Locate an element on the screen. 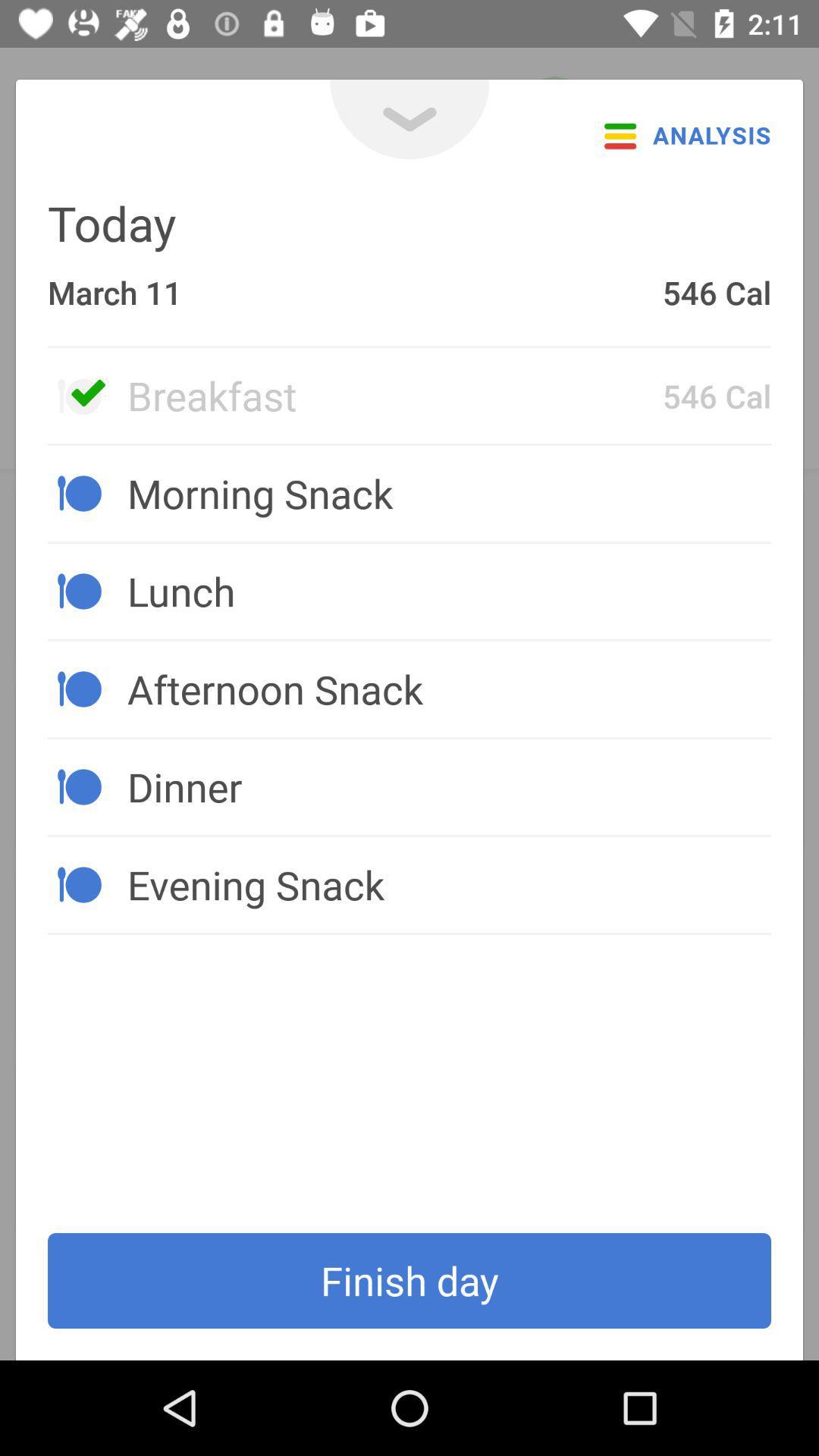  the item above 546 cal item is located at coordinates (409, 118).